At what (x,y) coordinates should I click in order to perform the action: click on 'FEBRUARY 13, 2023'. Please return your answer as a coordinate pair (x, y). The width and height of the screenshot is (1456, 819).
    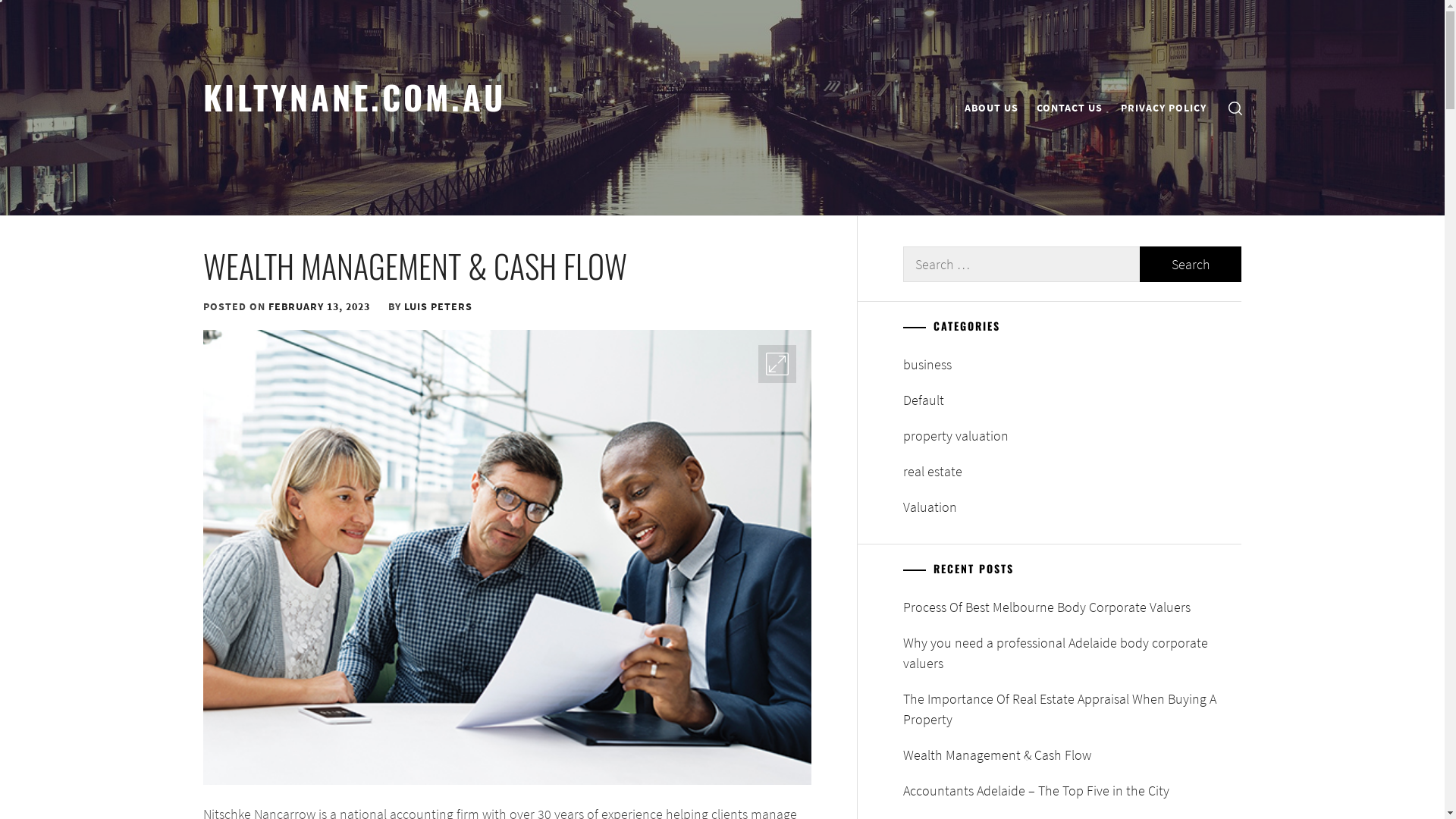
    Looking at the image, I should click on (318, 306).